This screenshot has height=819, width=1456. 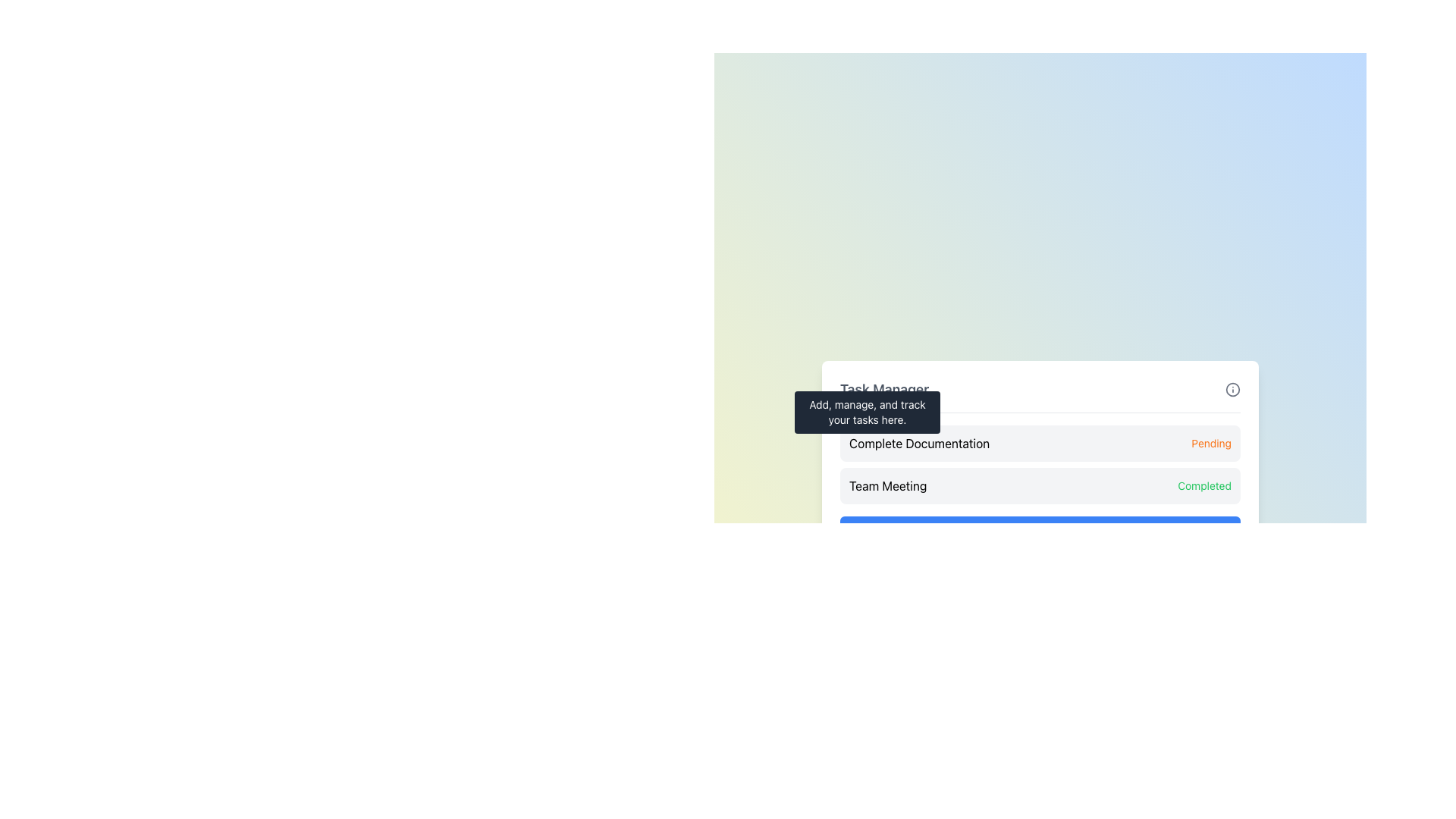 What do you see at coordinates (1012, 530) in the screenshot?
I see `the circle element that is part of an SVG graphic located in the top-right section of a vertical list or panel interface` at bounding box center [1012, 530].